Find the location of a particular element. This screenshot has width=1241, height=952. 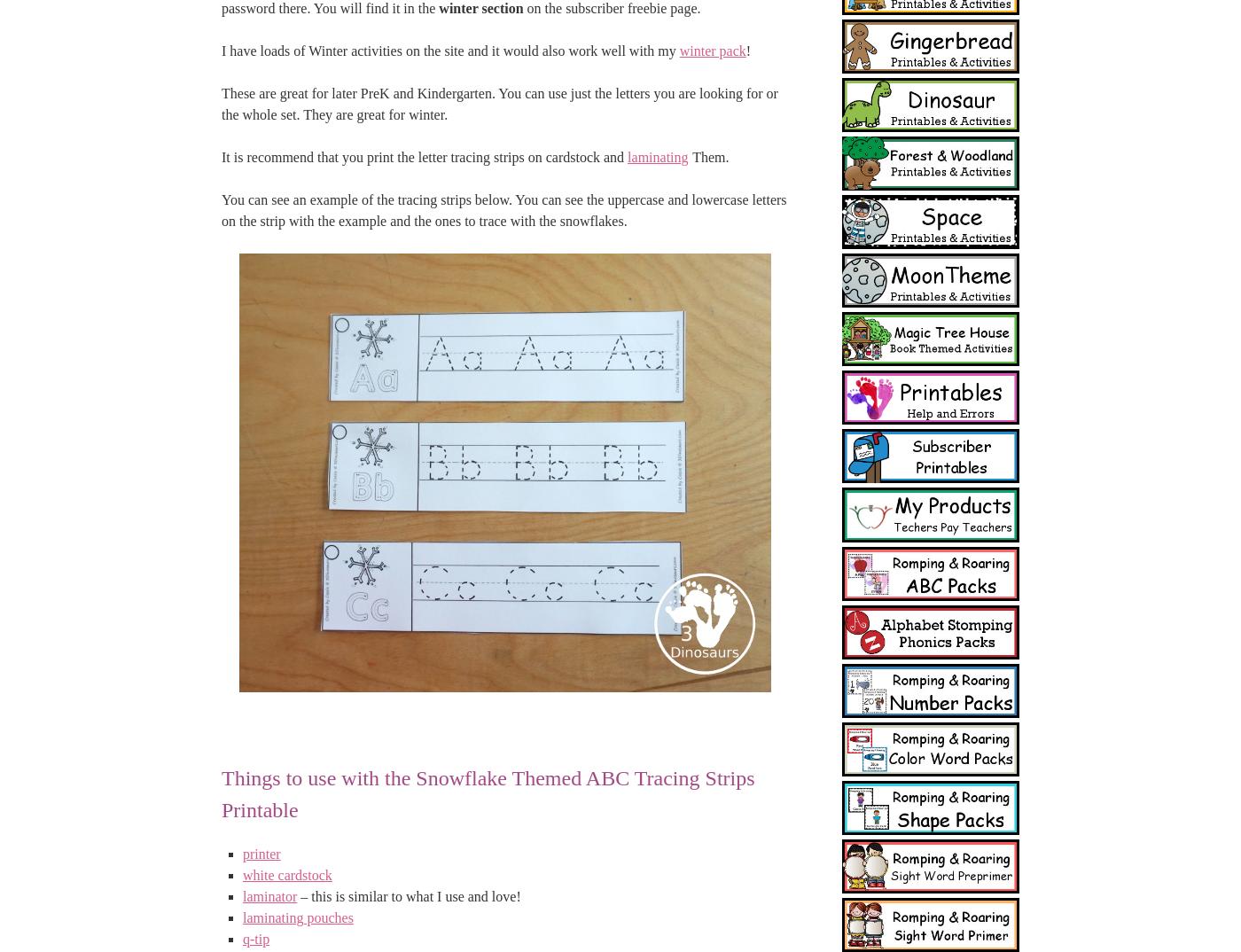

'laminating pouches' is located at coordinates (298, 917).